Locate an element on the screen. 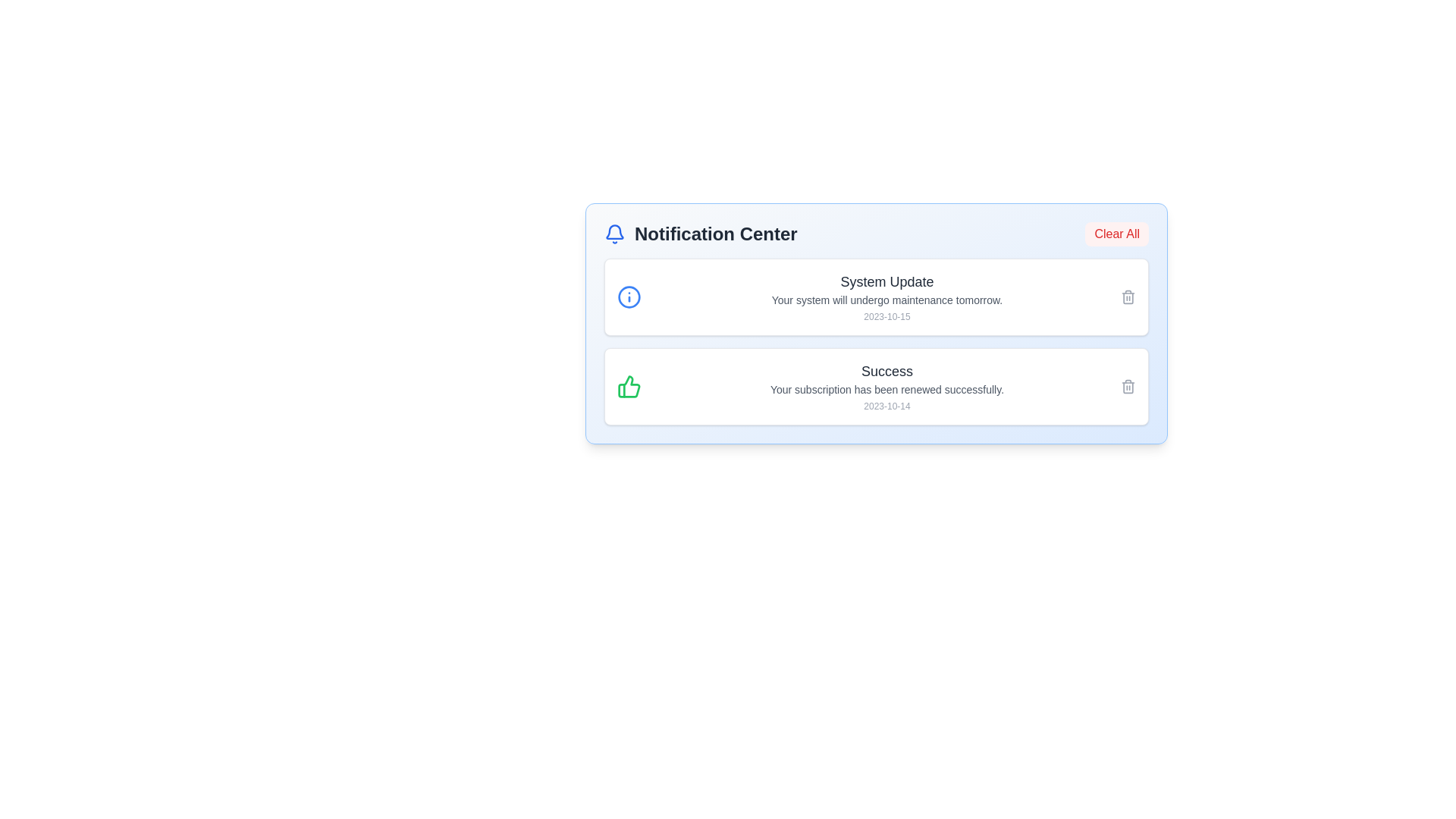  the text display element that shows the date for the 'System Update' notification, located below the description 'Your system will undergo maintenance tomorrow.' is located at coordinates (887, 315).